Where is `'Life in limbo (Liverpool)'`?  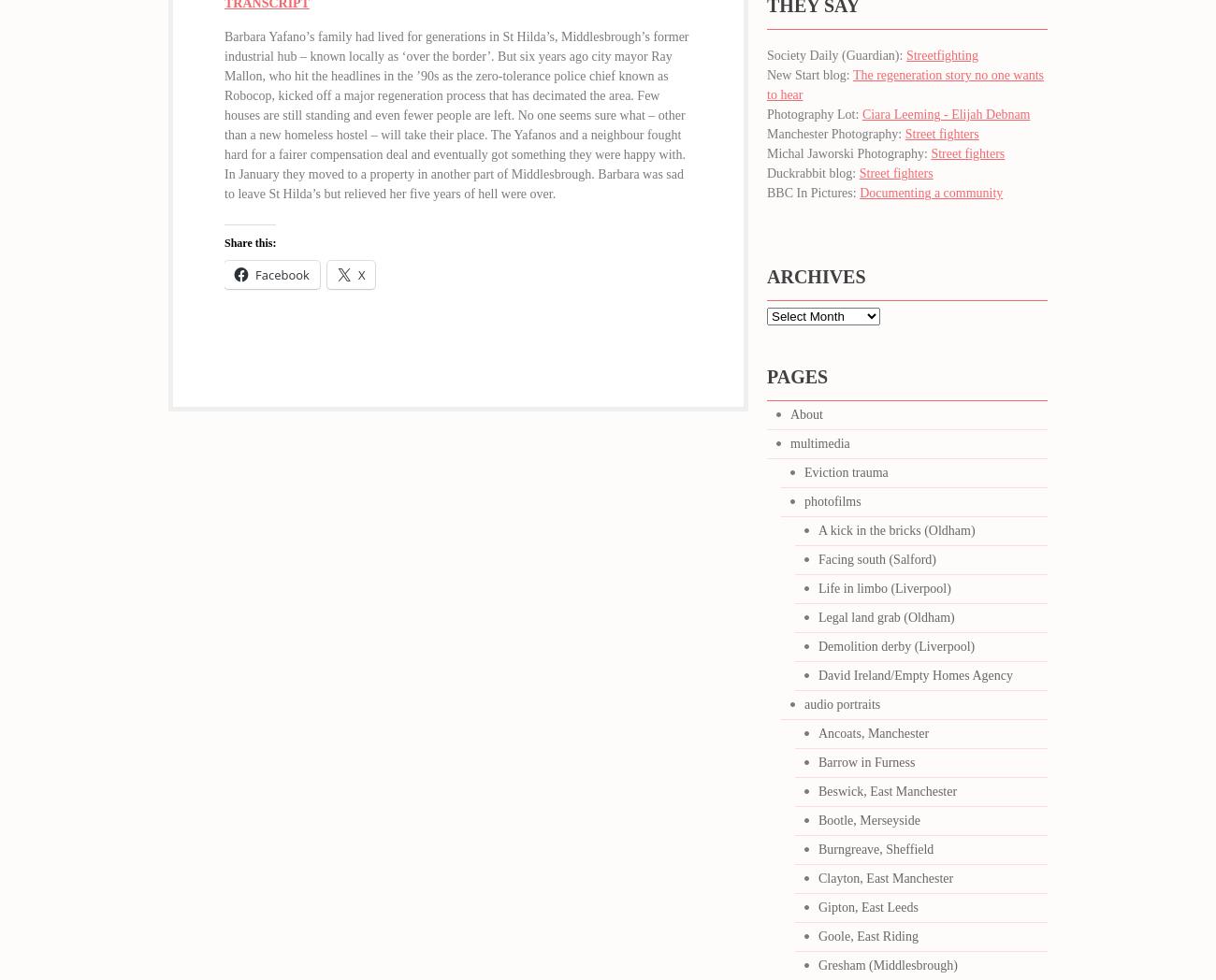
'Life in limbo (Liverpool)' is located at coordinates (884, 587).